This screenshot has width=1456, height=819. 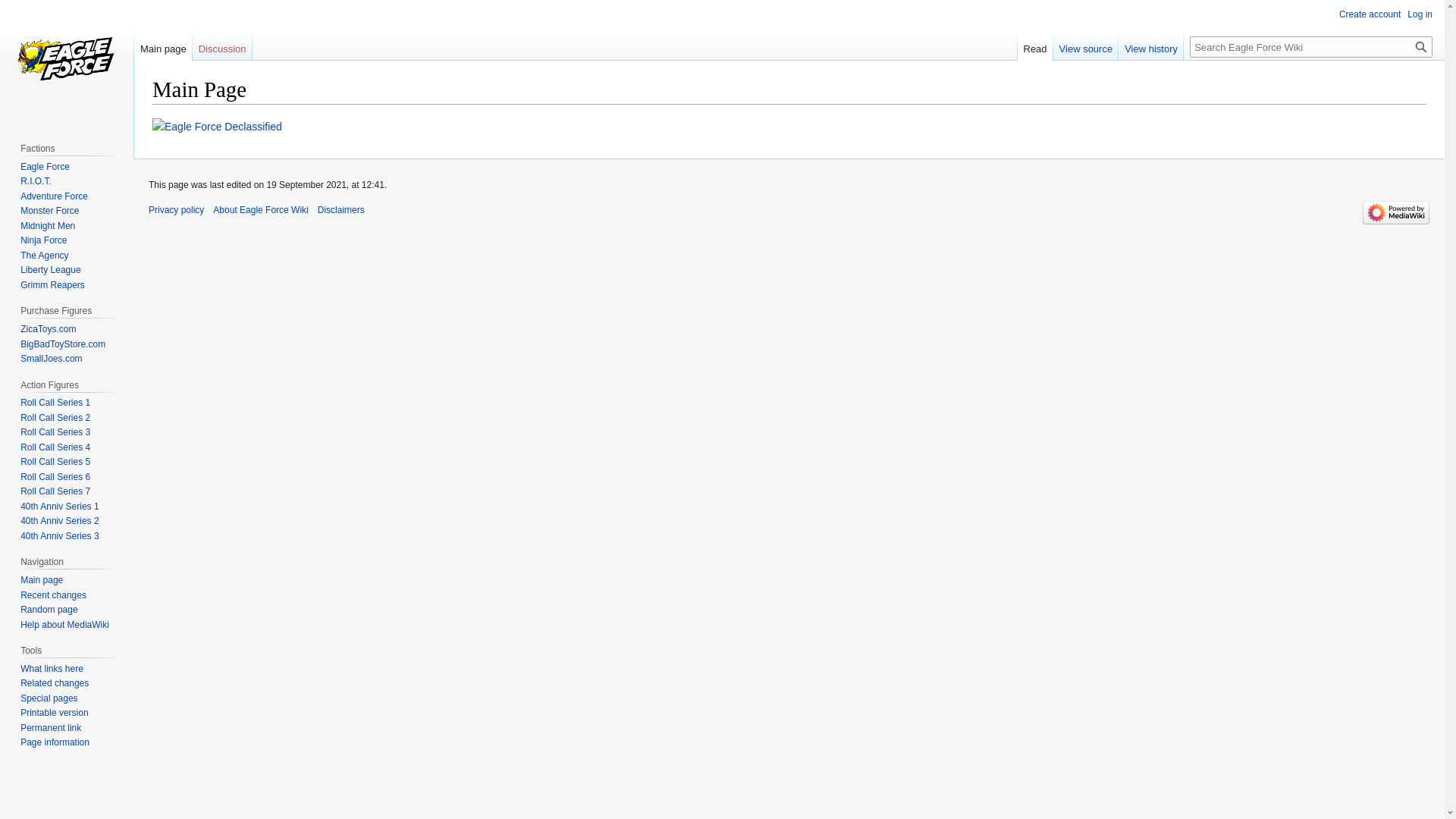 What do you see at coordinates (47, 225) in the screenshot?
I see `'Midnight Men'` at bounding box center [47, 225].